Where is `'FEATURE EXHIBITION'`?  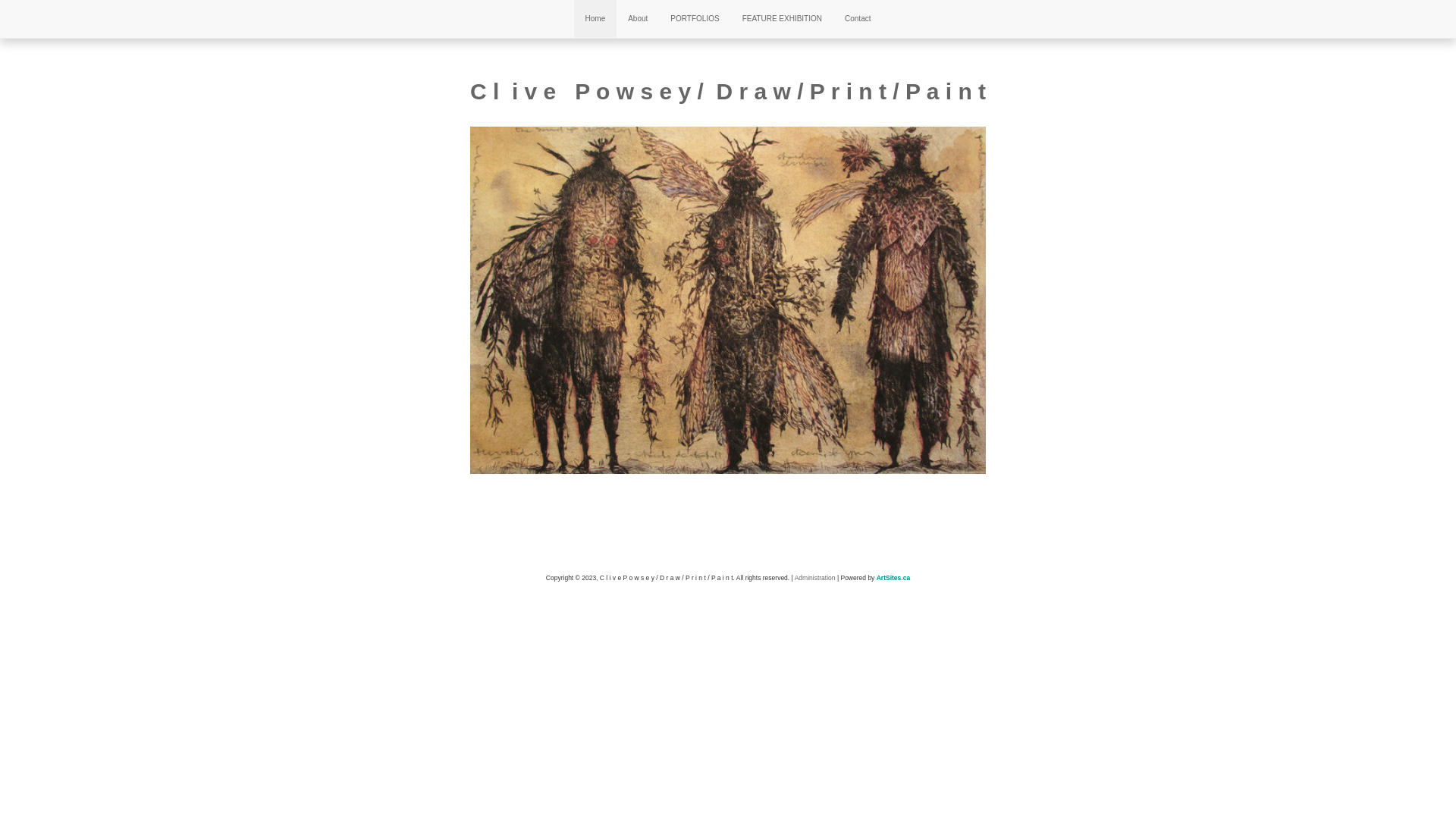 'FEATURE EXHIBITION' is located at coordinates (782, 18).